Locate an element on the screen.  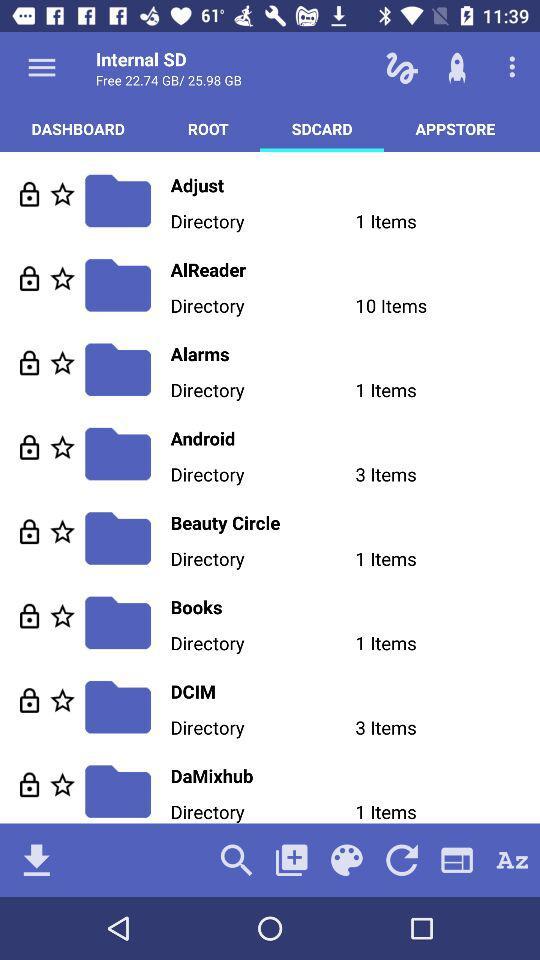
bookmark elements so they are easier to find when needed is located at coordinates (62, 194).